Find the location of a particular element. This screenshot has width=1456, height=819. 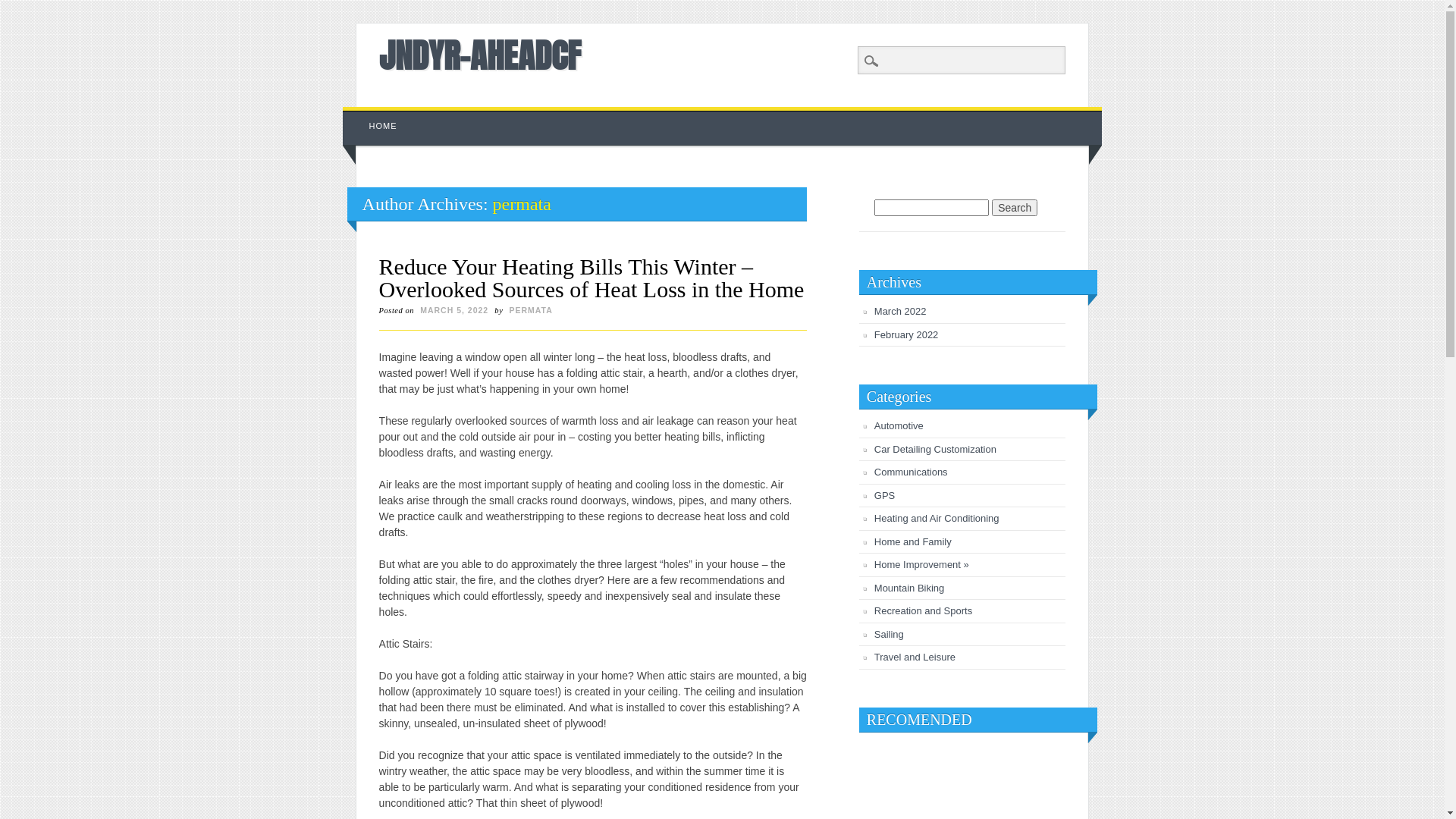

'Home and Family' is located at coordinates (912, 541).